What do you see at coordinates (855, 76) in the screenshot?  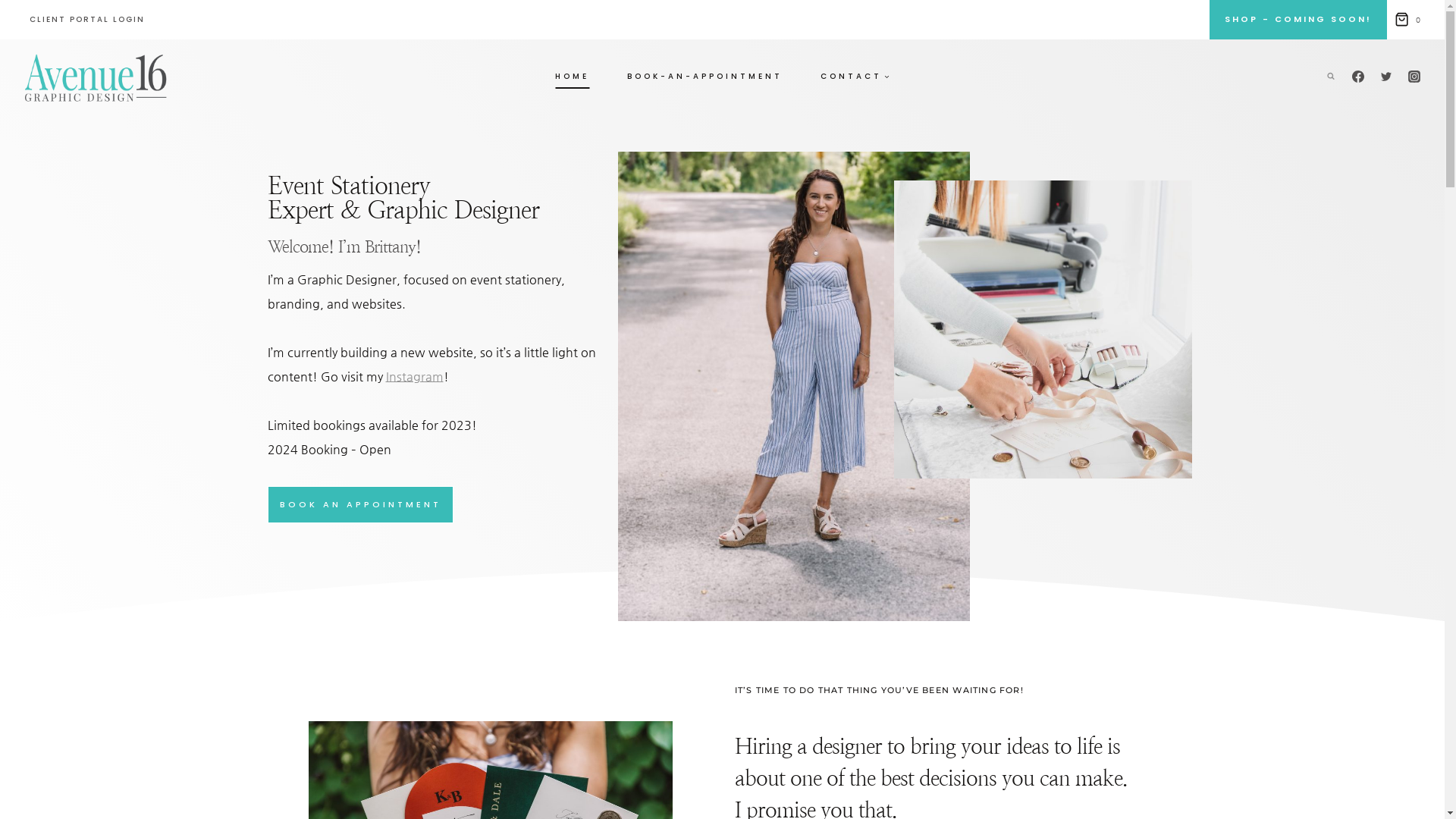 I see `'CONTACT'` at bounding box center [855, 76].